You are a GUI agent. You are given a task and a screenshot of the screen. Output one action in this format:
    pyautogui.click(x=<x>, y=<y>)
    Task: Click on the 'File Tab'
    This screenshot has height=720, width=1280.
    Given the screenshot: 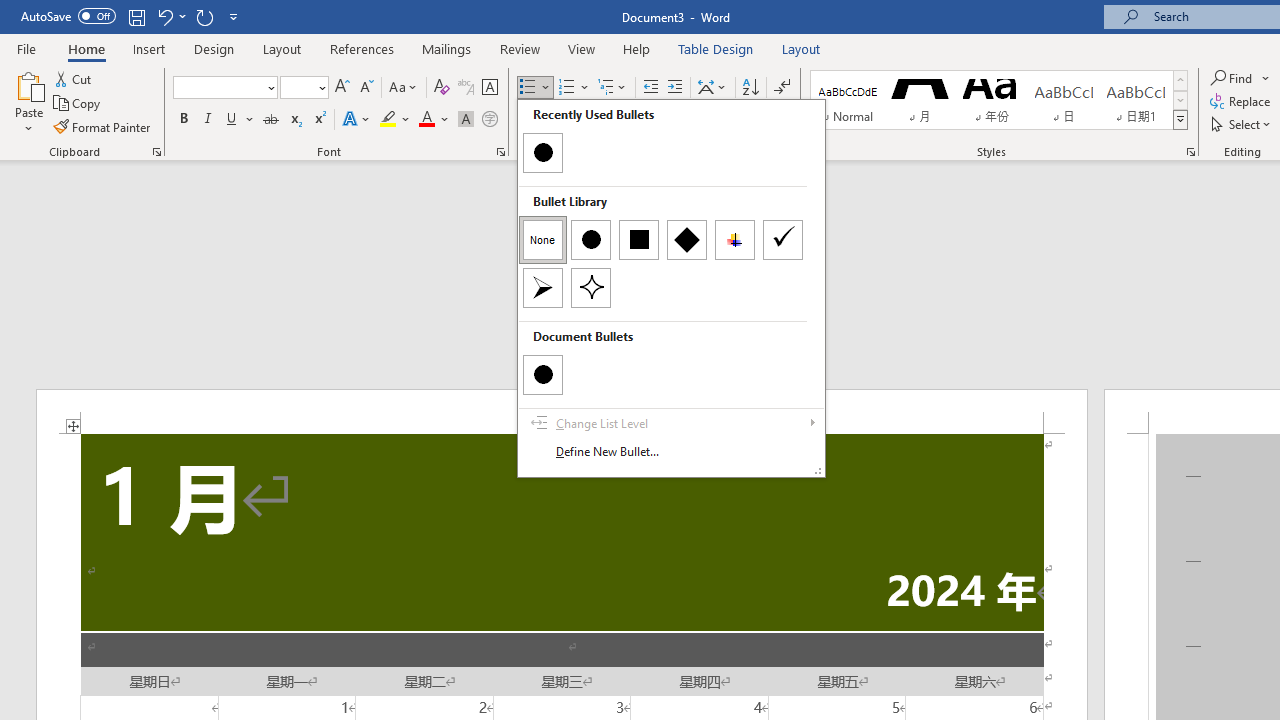 What is the action you would take?
    pyautogui.click(x=26, y=47)
    